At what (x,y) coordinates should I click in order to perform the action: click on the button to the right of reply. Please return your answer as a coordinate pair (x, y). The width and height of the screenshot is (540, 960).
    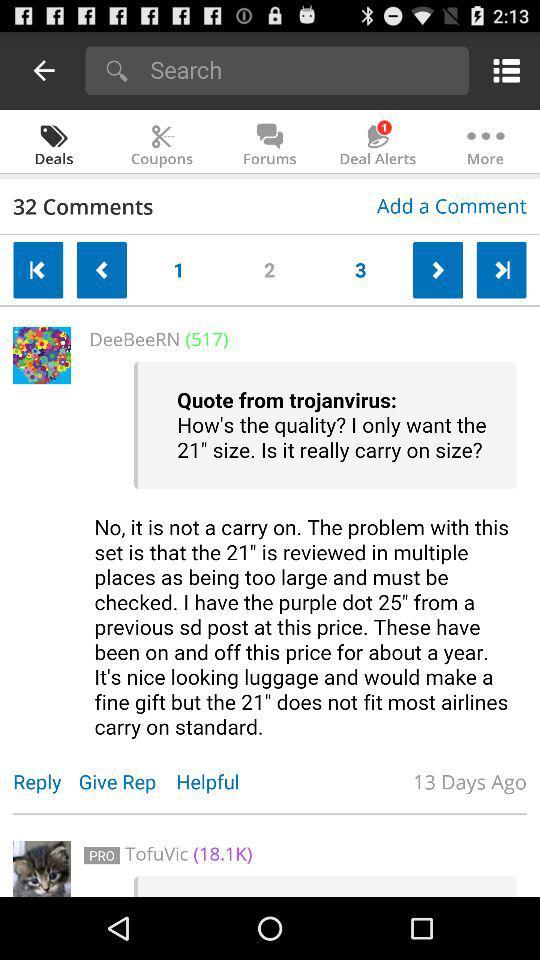
    Looking at the image, I should click on (127, 781).